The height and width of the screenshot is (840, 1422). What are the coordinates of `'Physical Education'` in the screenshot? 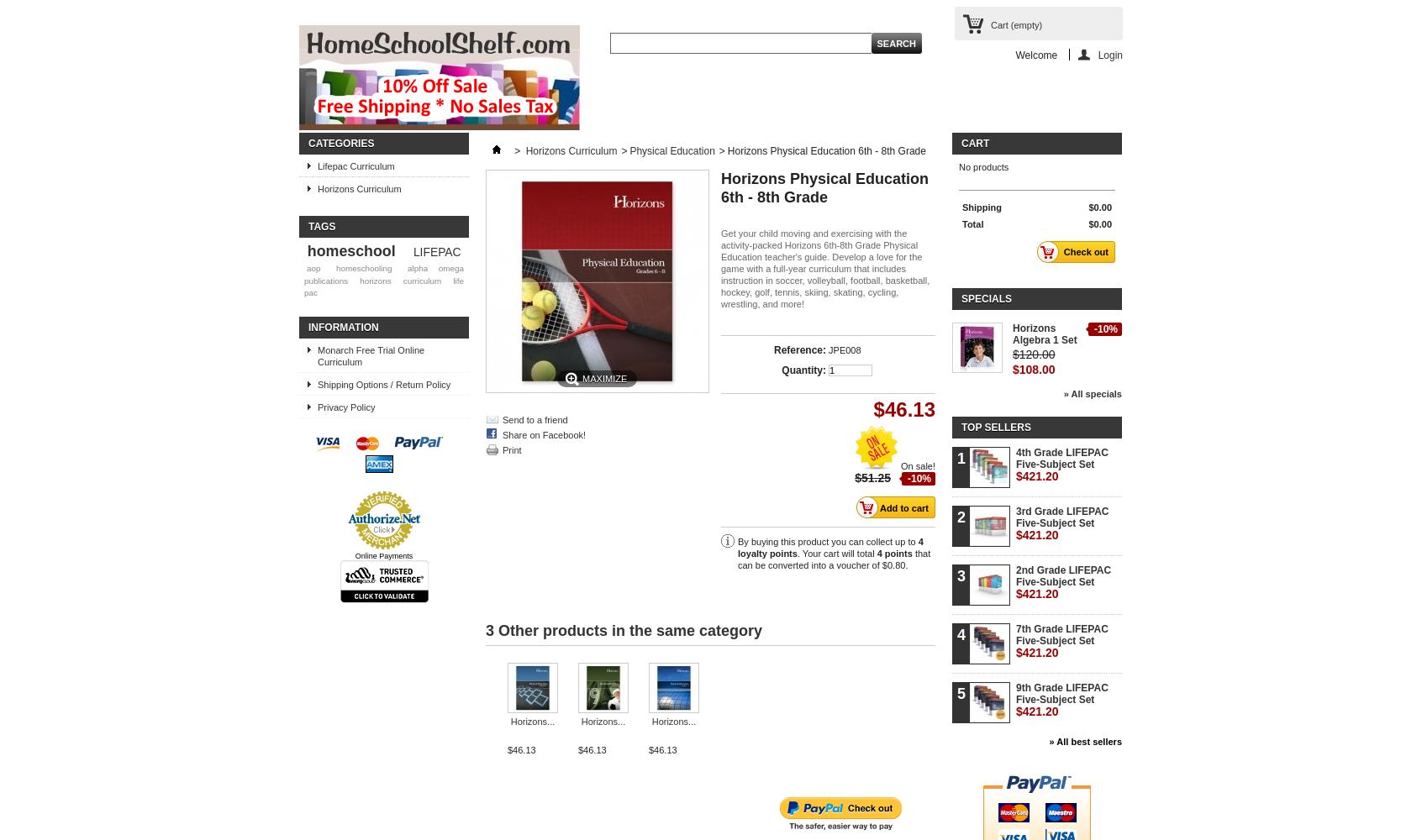 It's located at (671, 151).